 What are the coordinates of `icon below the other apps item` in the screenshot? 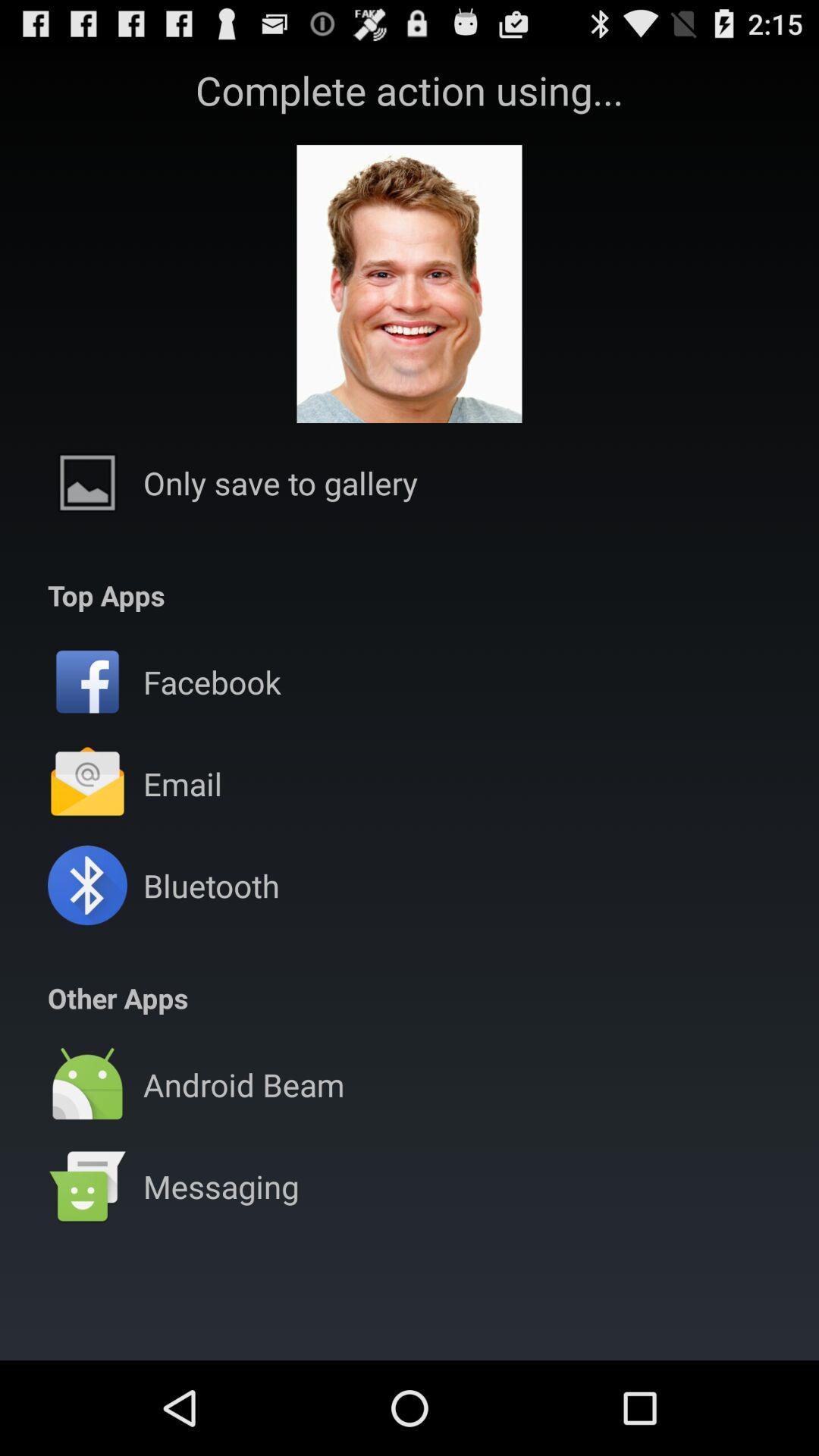 It's located at (409, 1033).